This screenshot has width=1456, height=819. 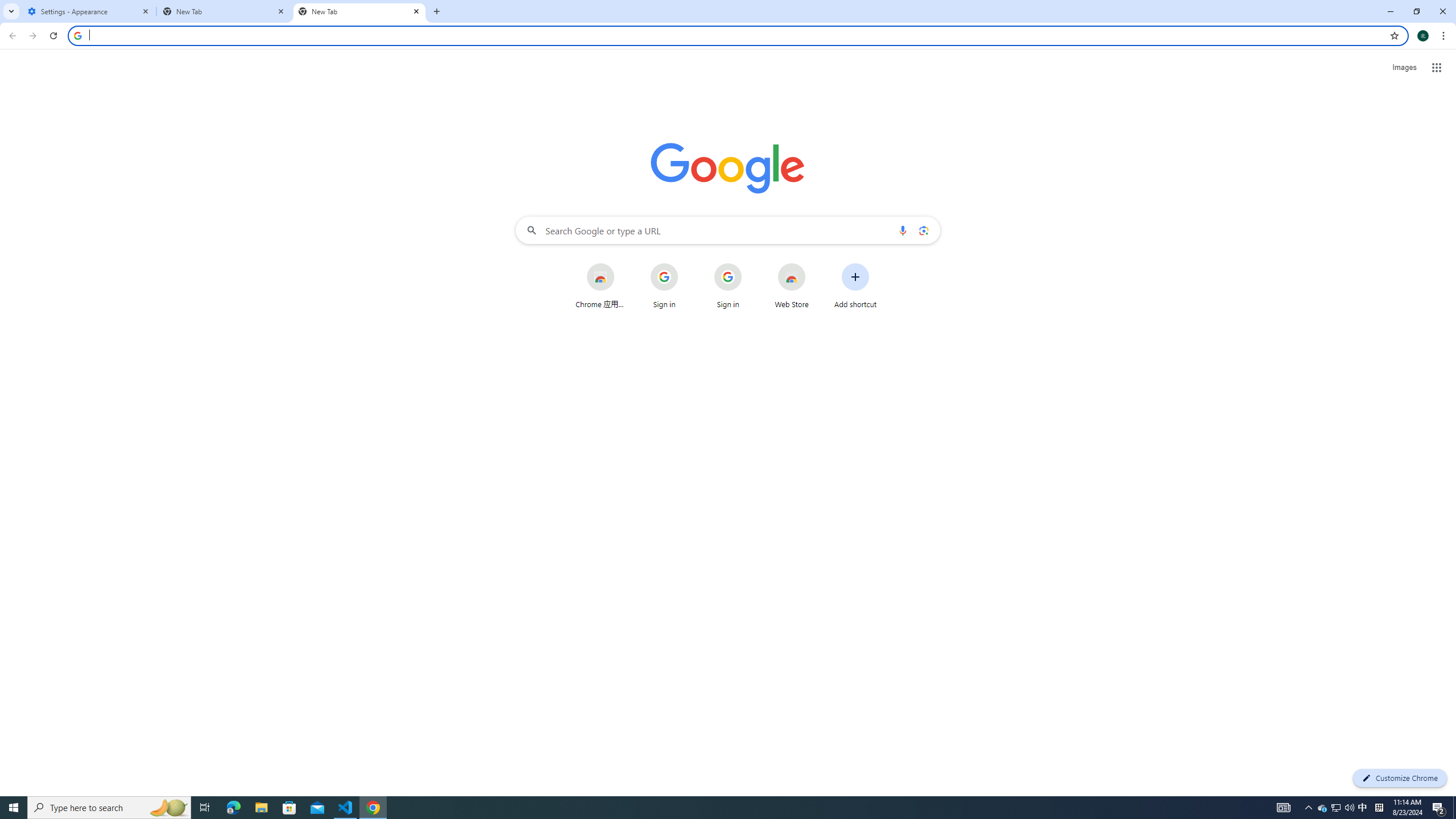 What do you see at coordinates (88, 11) in the screenshot?
I see `'Settings - Appearance'` at bounding box center [88, 11].